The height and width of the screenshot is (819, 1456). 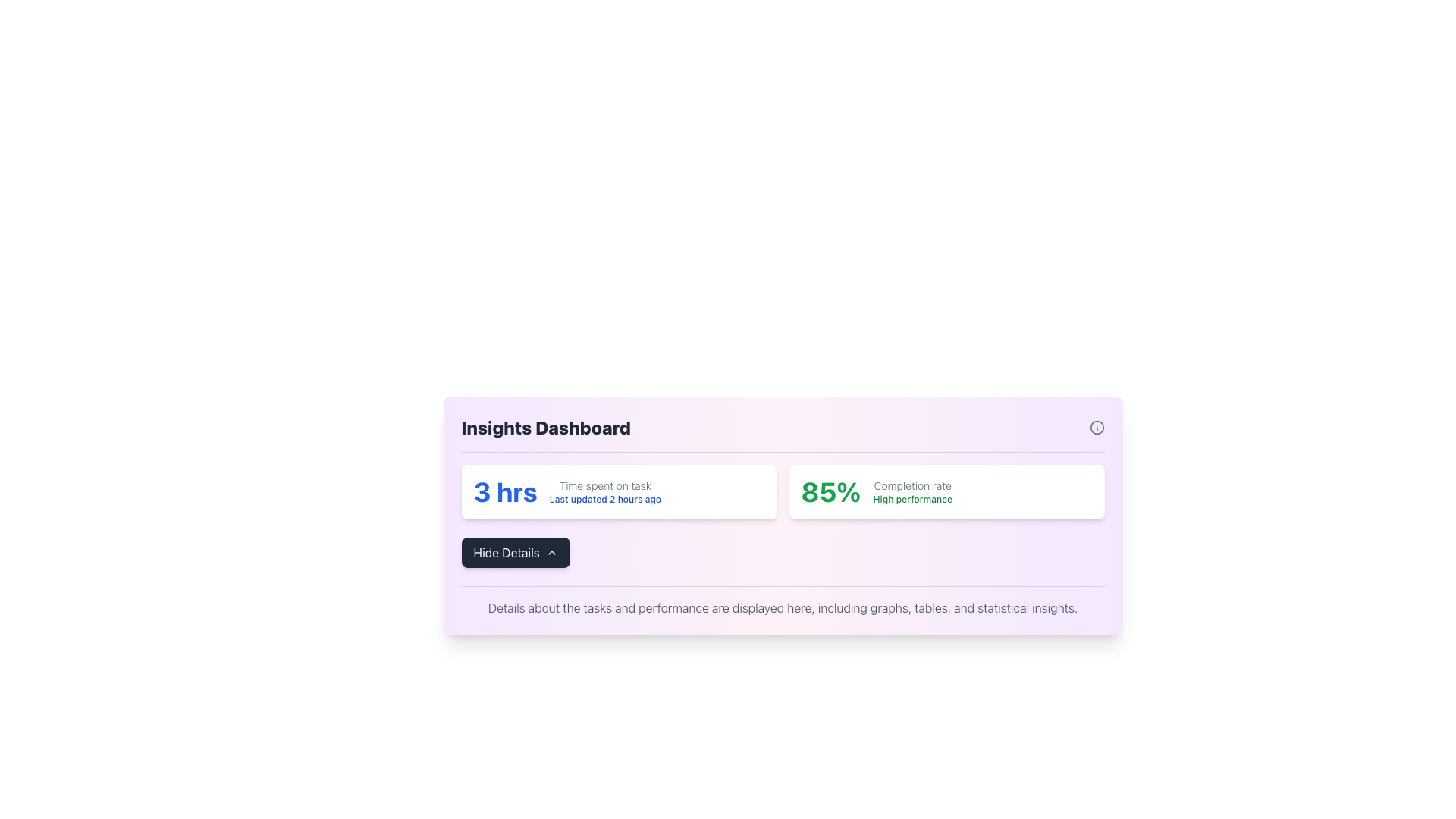 What do you see at coordinates (1097, 427) in the screenshot?
I see `the graphical decorative circle located at the top-right corner of the interface, adjacent to the completion rate section of the dashboard` at bounding box center [1097, 427].